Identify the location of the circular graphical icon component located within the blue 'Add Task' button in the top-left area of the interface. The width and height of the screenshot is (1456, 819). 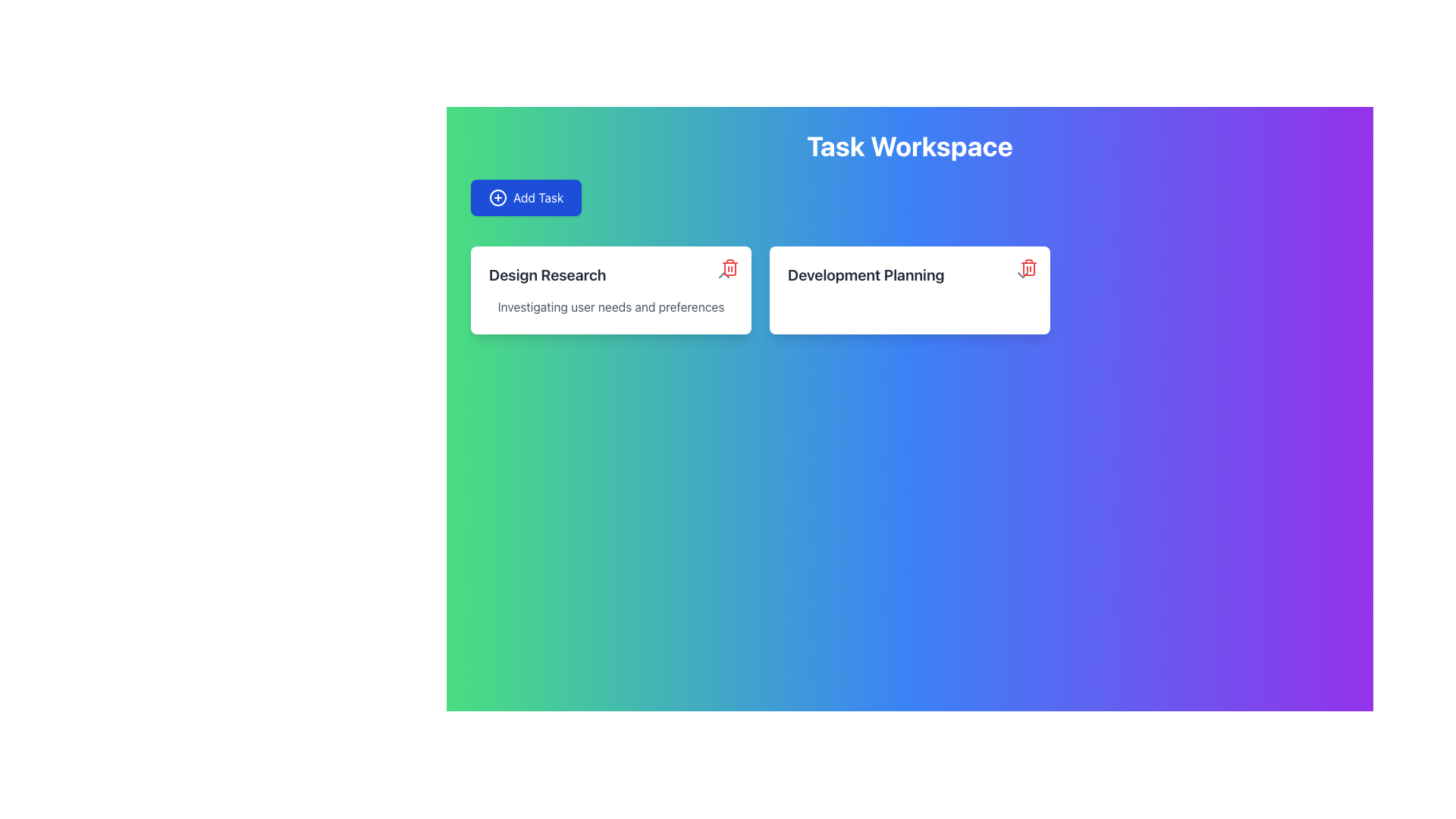
(498, 197).